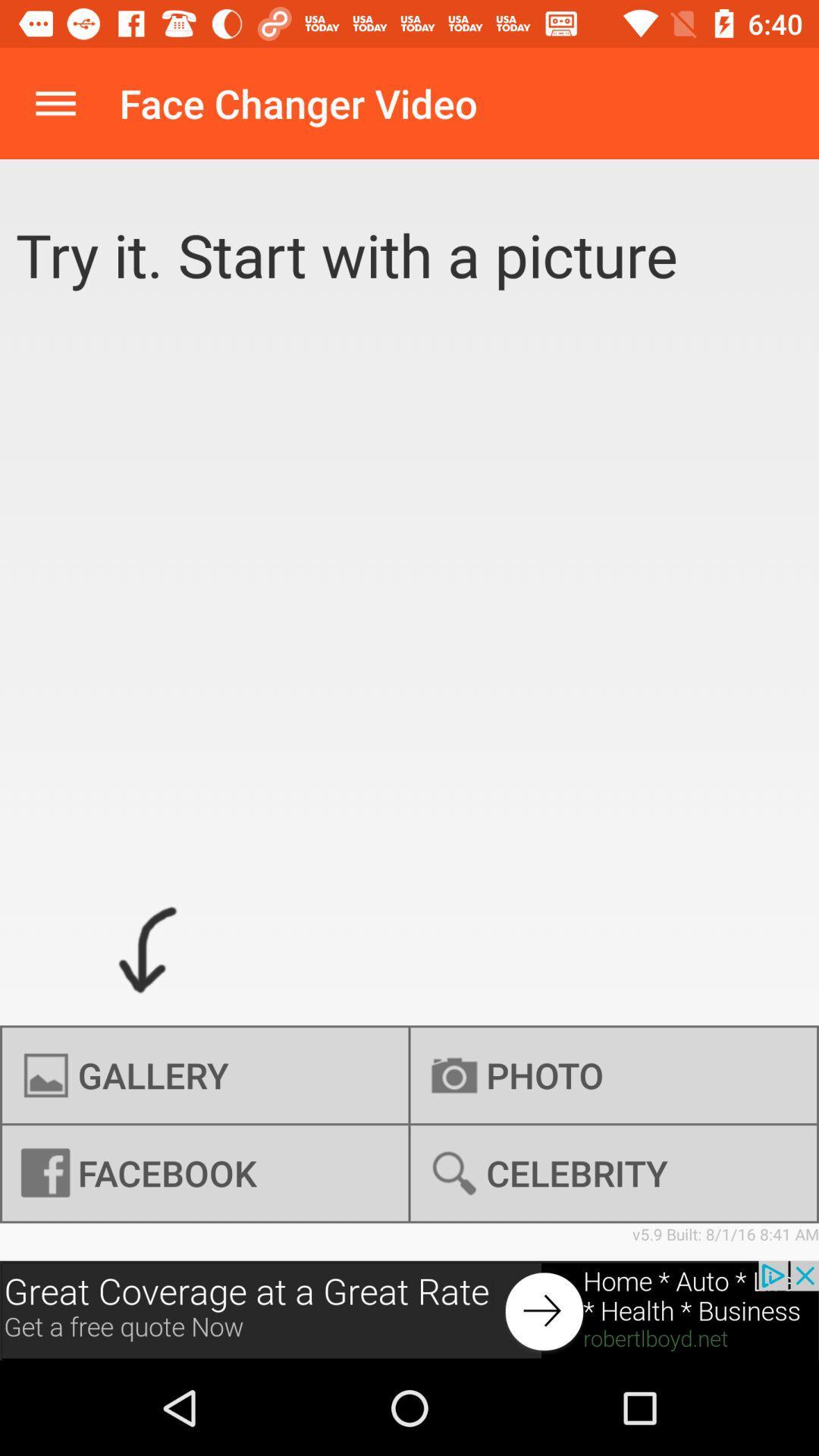  What do you see at coordinates (55, 102) in the screenshot?
I see `open menu` at bounding box center [55, 102].